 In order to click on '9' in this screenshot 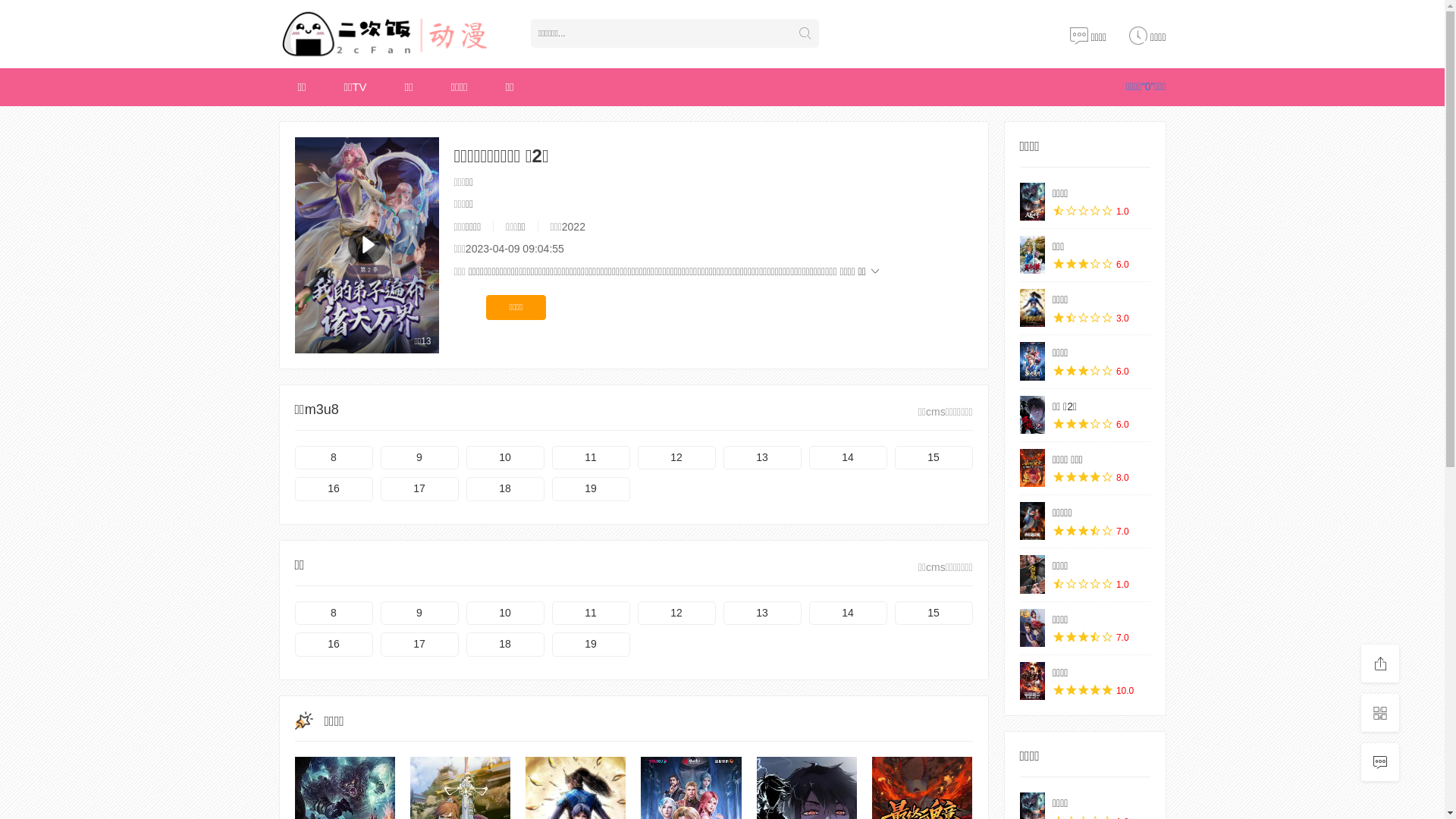, I will do `click(419, 457)`.